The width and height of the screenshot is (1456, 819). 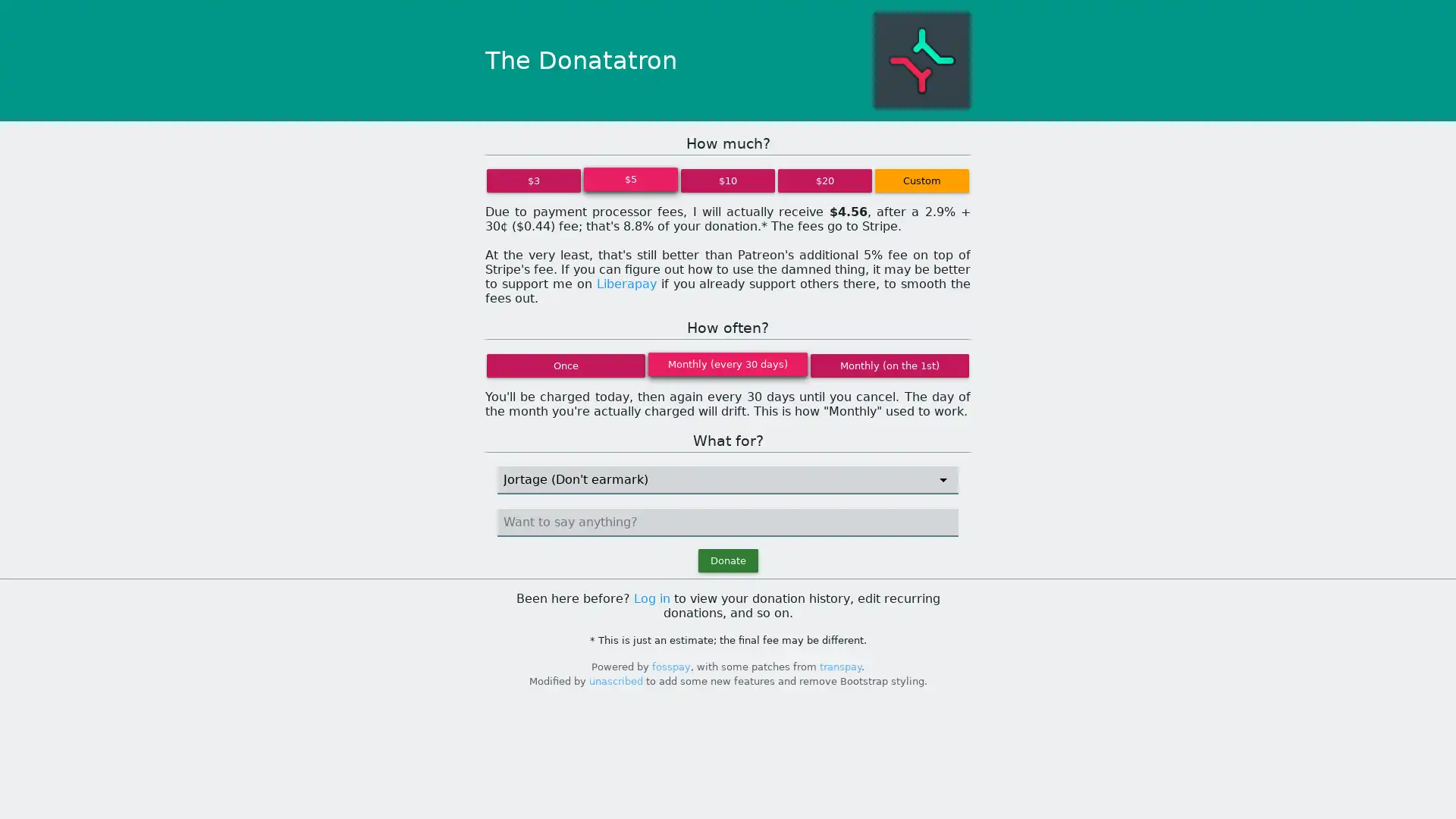 I want to click on Monthly (on the 1st), so click(x=889, y=365).